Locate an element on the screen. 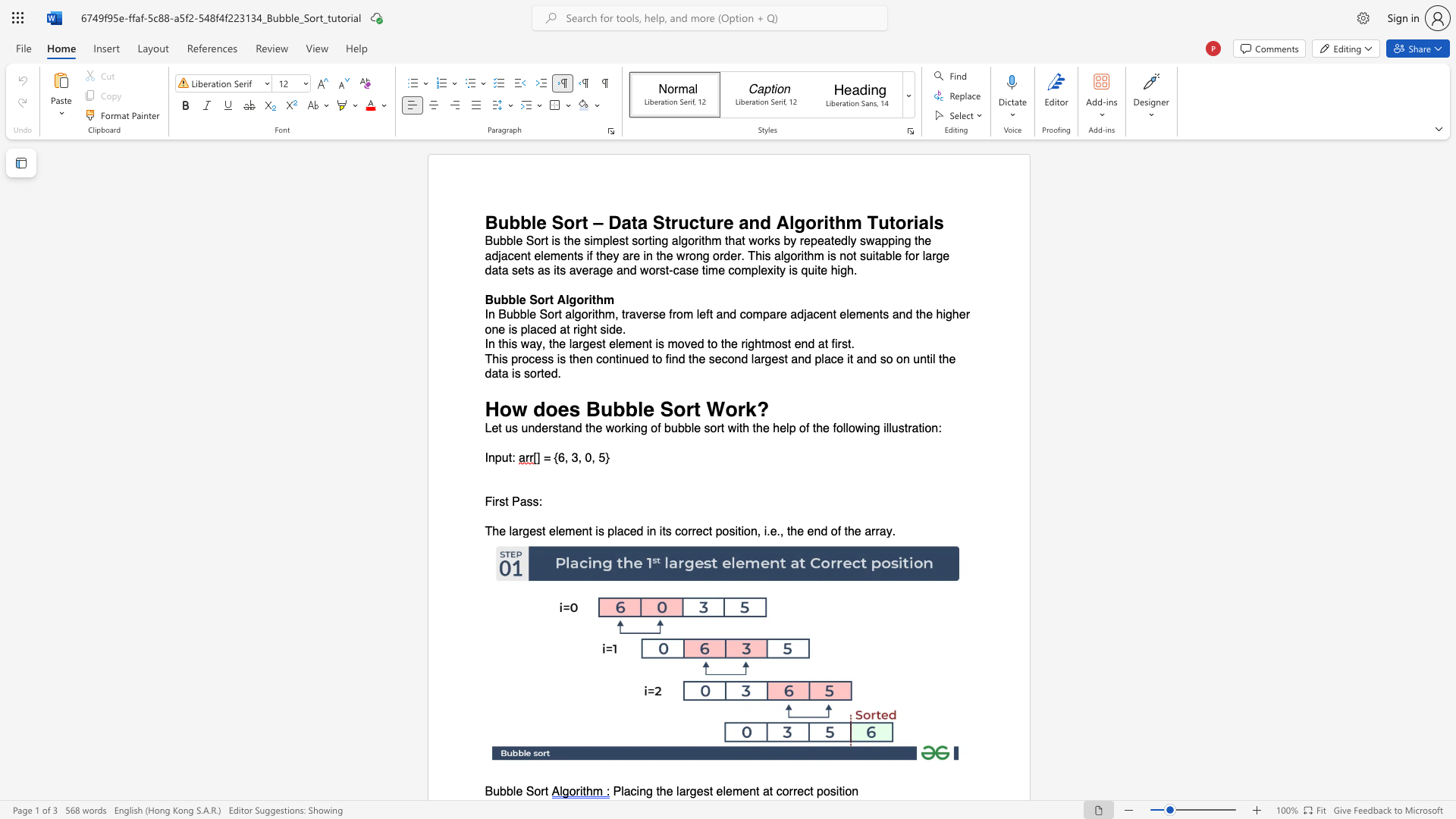 This screenshot has height=819, width=1456. the 3th character "r" in the text is located at coordinates (693, 531).